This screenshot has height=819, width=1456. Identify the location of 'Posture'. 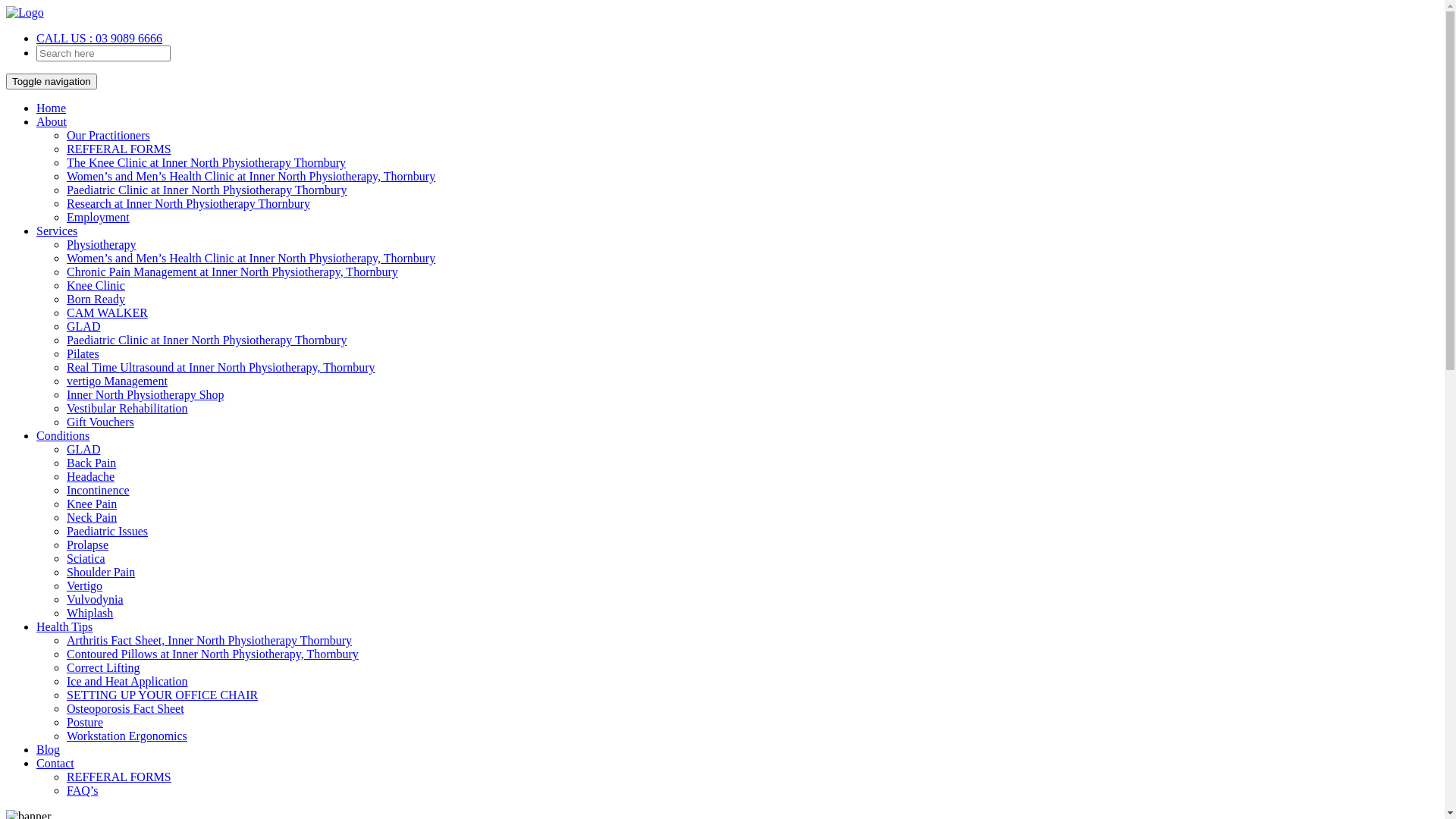
(83, 721).